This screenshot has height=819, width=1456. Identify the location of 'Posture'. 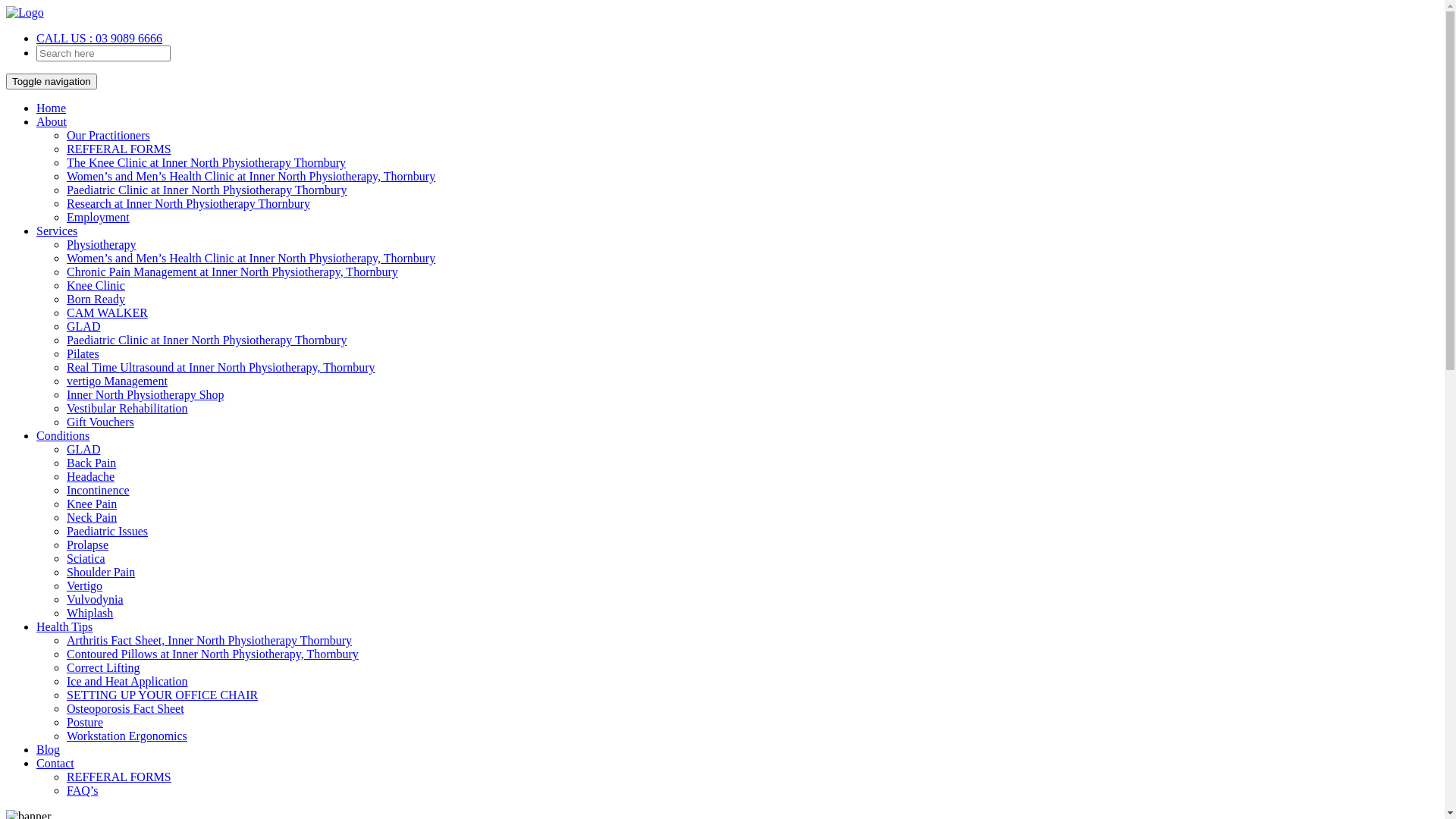
(83, 721).